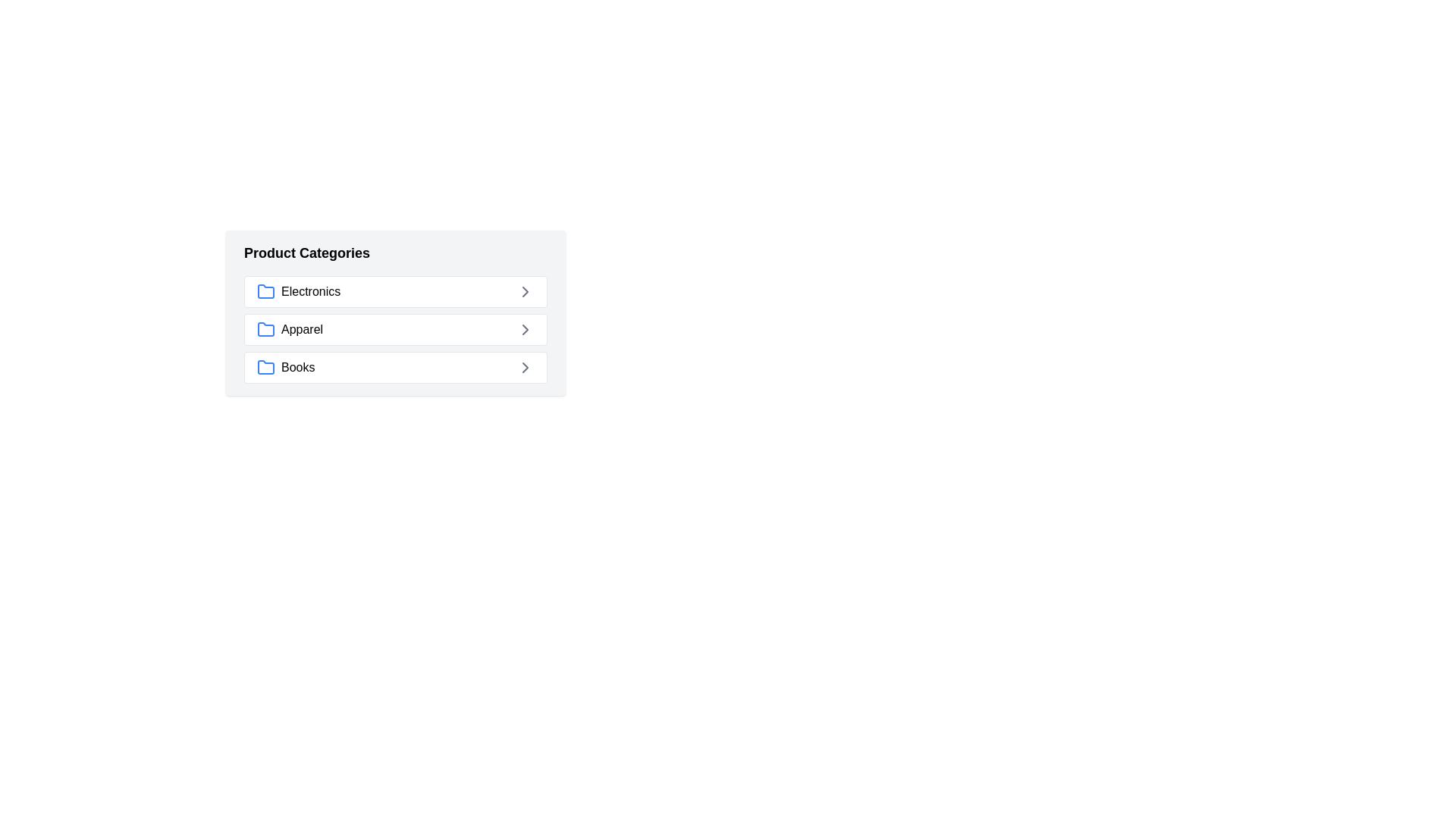 The width and height of the screenshot is (1456, 819). Describe the element at coordinates (525, 329) in the screenshot. I see `the chevron-right icon at the end of the 'Apparel' row in the 'Product Categories' section for navigation` at that location.